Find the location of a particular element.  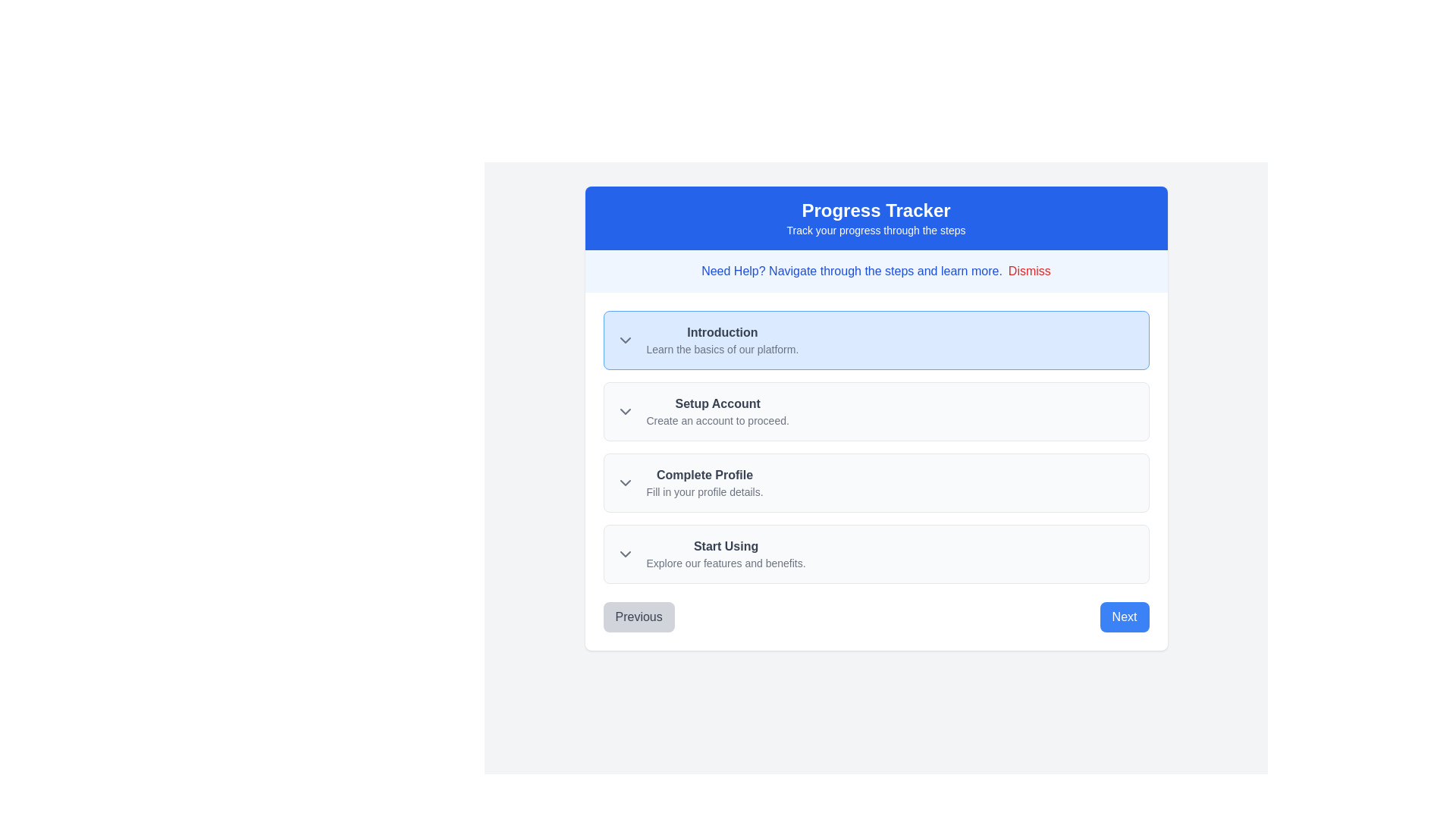

the title label for the first step in the progress tracker, which summarizes further details about the step and is positioned above the text 'Learn the basics of our platform.' is located at coordinates (721, 332).